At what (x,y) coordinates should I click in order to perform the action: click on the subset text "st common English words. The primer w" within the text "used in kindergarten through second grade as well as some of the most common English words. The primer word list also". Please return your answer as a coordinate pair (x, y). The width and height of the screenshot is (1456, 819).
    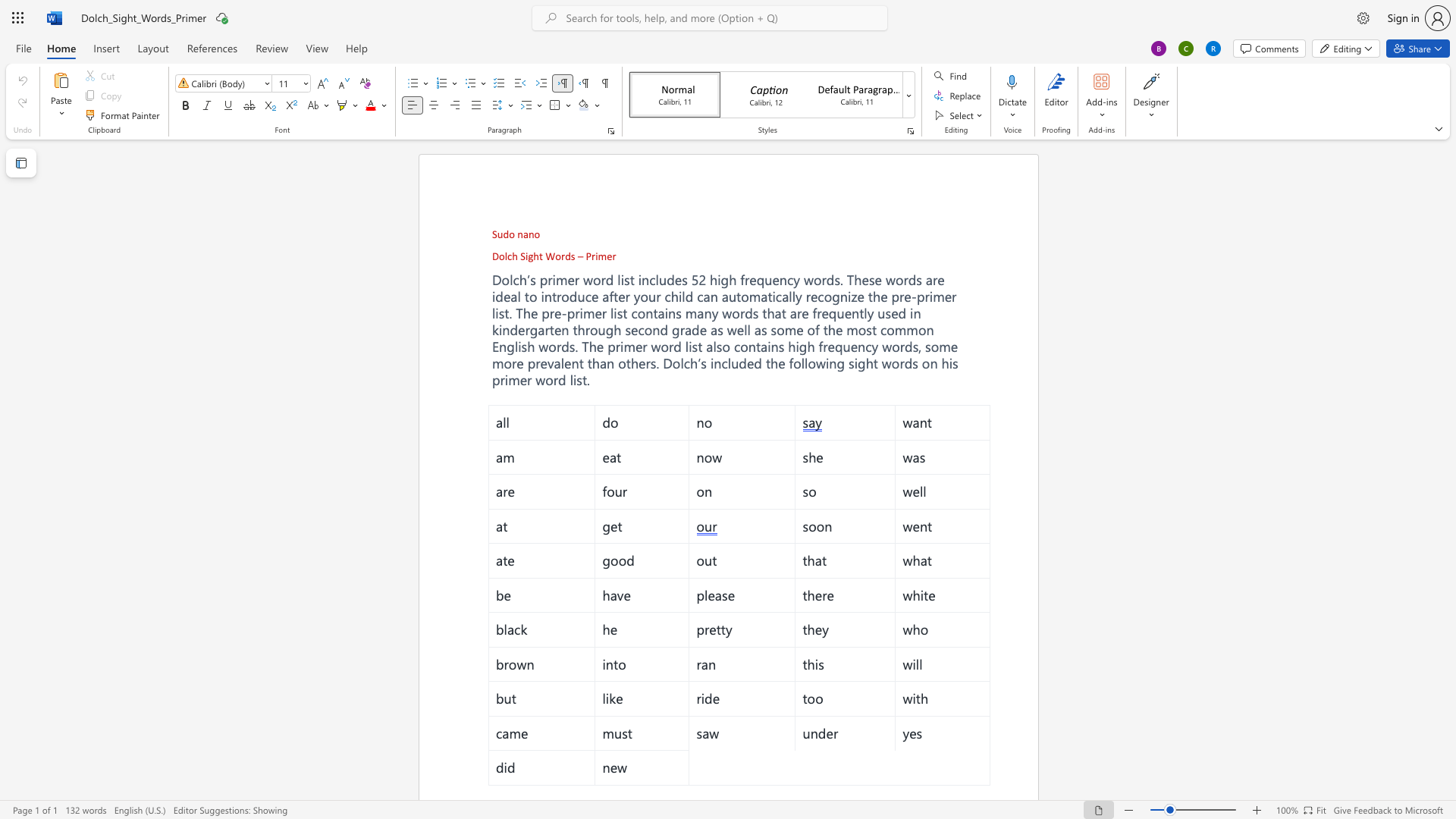
    Looking at the image, I should click on (866, 329).